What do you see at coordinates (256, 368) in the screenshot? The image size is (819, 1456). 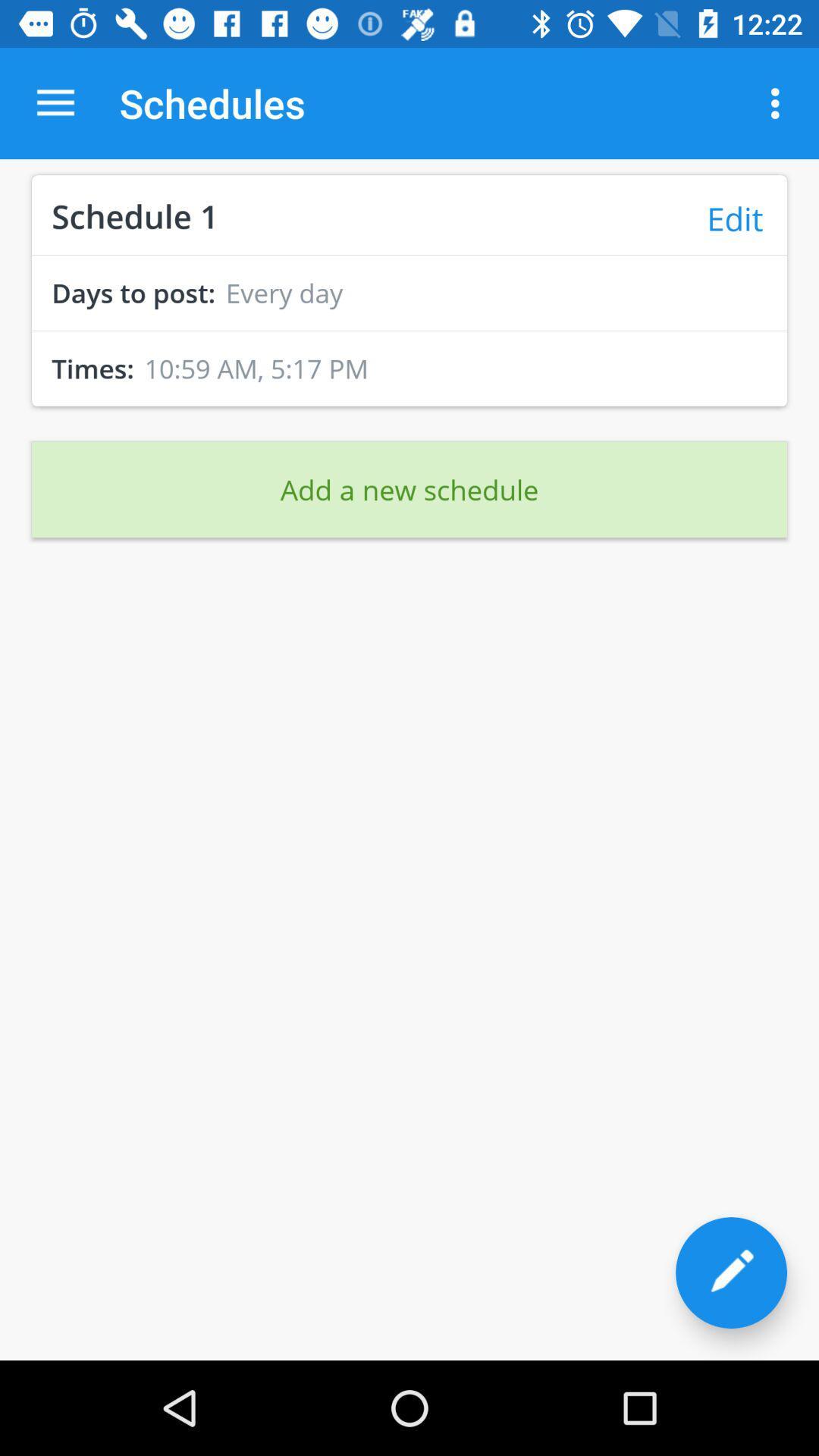 I see `the 10 59 am item` at bounding box center [256, 368].